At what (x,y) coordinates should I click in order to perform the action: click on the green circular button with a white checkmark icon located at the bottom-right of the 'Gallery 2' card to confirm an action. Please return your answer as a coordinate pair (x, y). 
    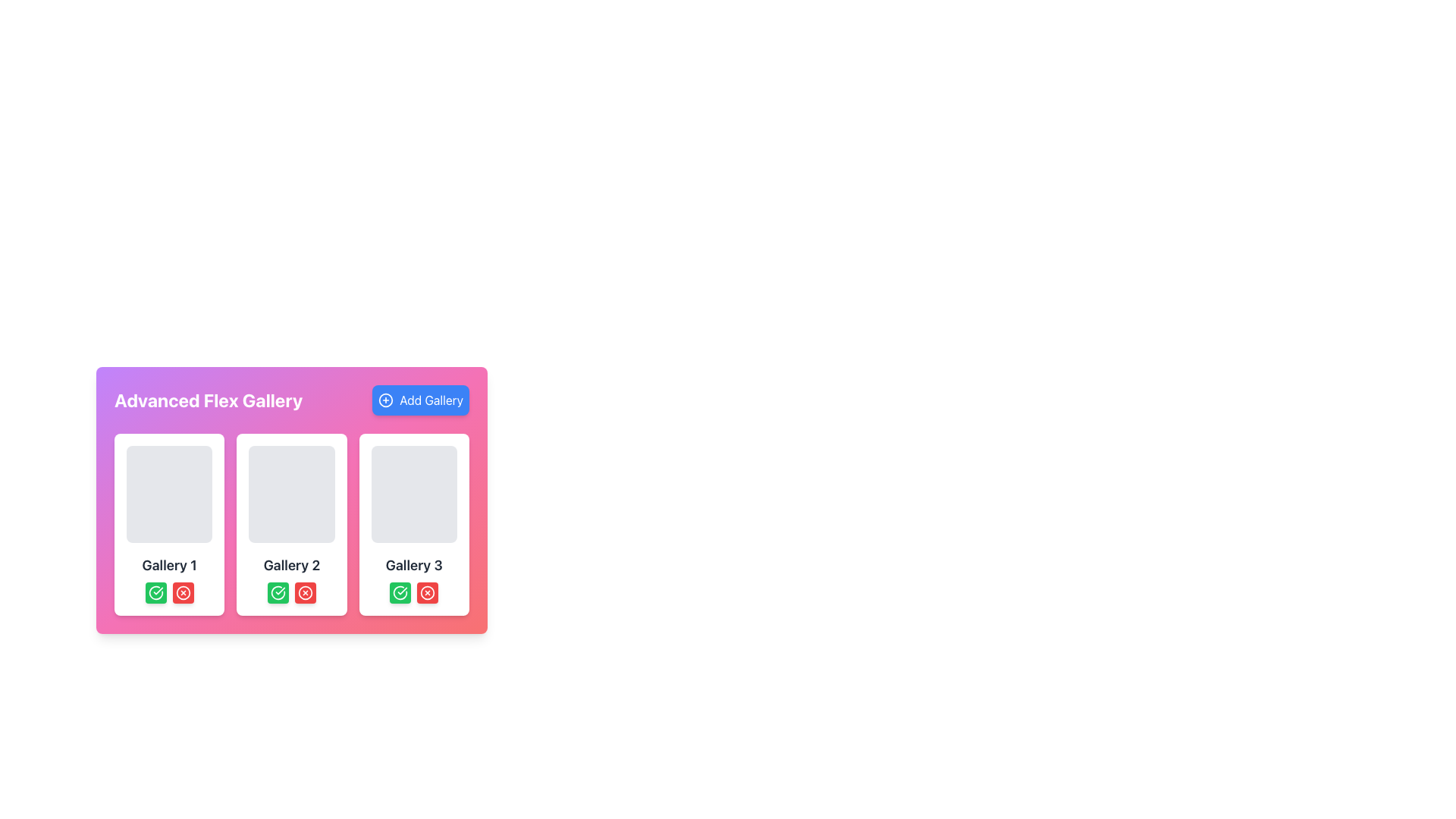
    Looking at the image, I should click on (155, 592).